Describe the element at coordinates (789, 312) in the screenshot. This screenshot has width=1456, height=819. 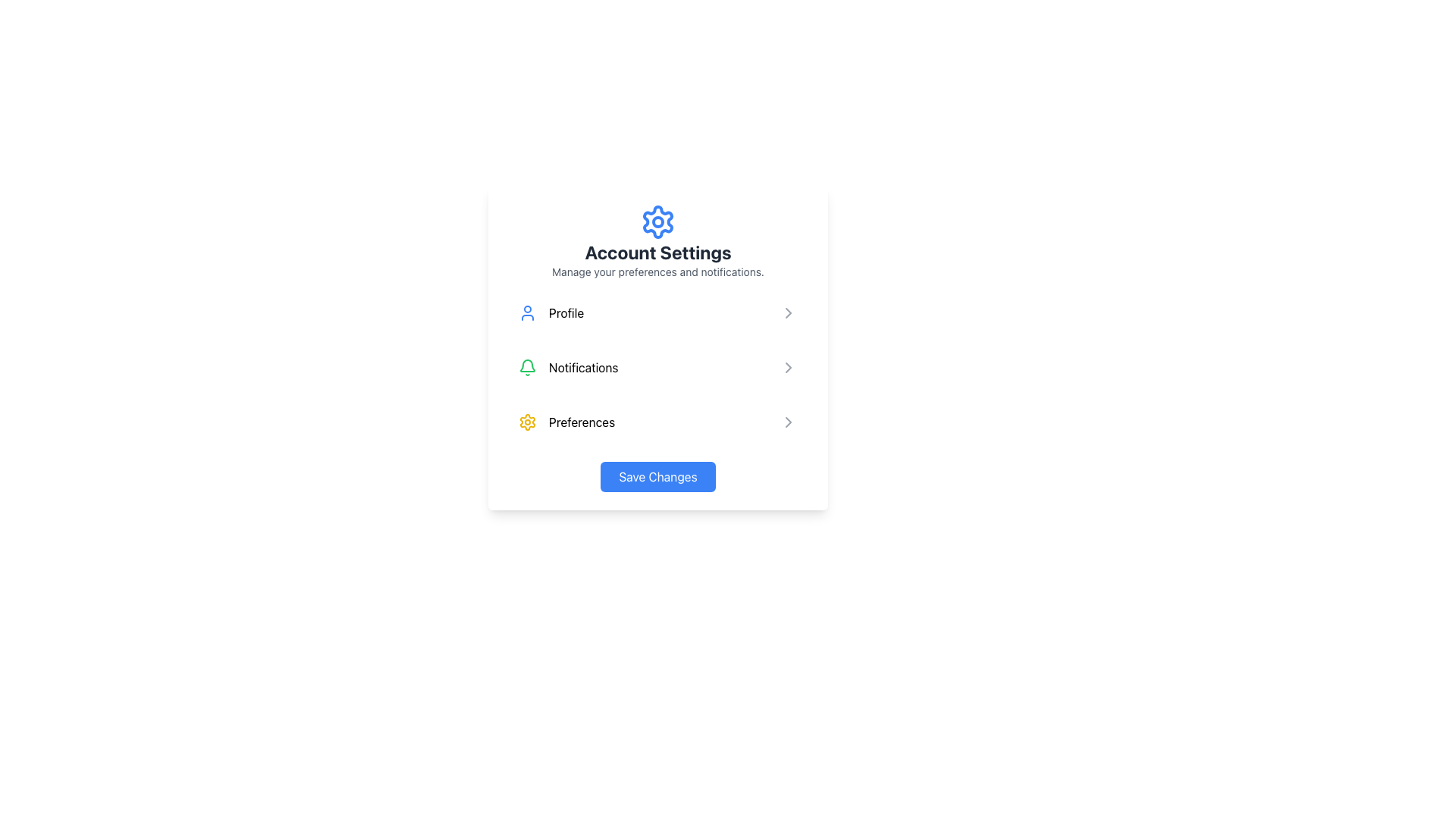
I see `the arrow icon located at the far right of the 'Profile' row in the 'Account Settings' panel` at that location.